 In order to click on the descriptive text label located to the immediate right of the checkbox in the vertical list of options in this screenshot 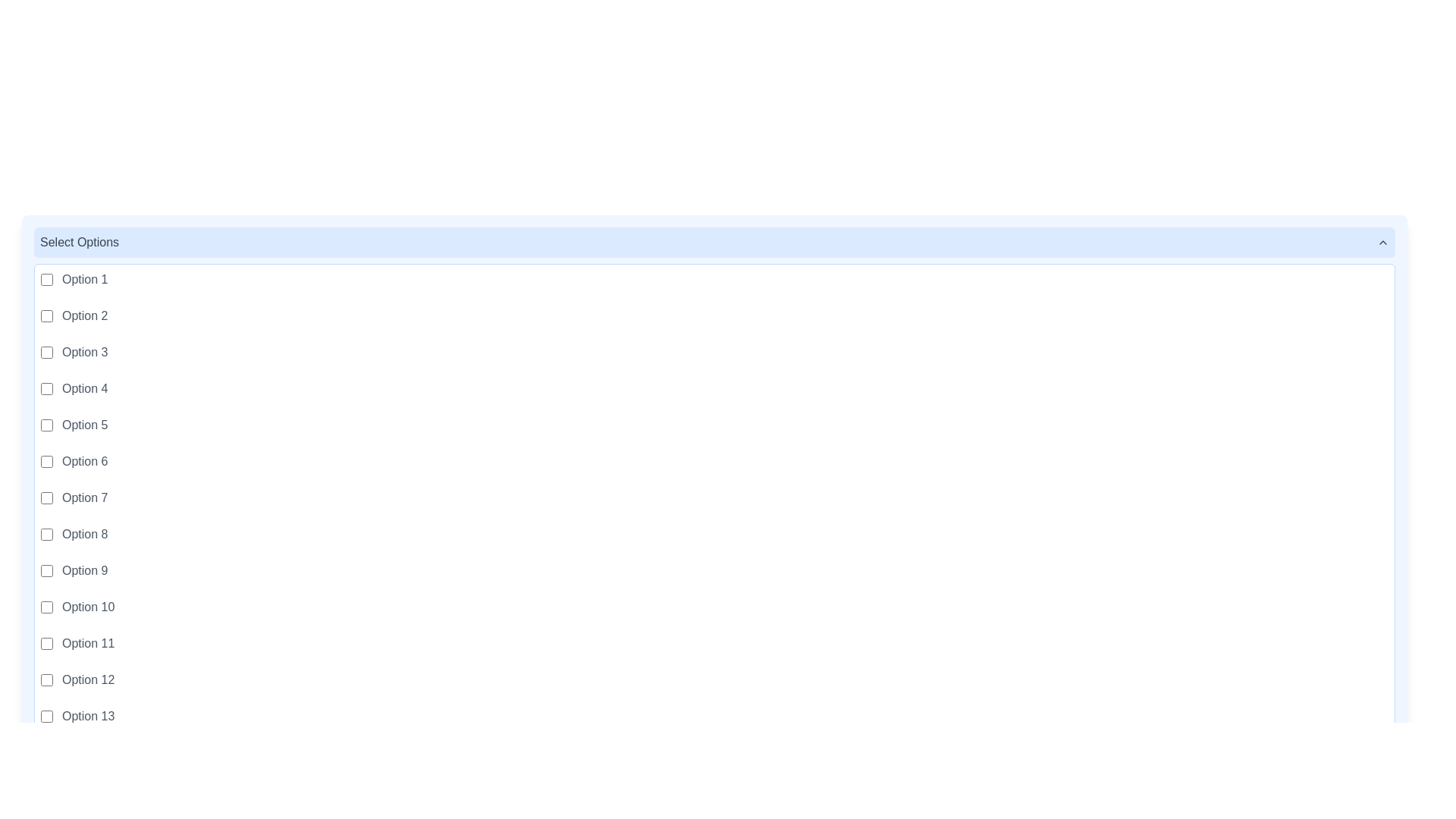, I will do `click(87, 643)`.